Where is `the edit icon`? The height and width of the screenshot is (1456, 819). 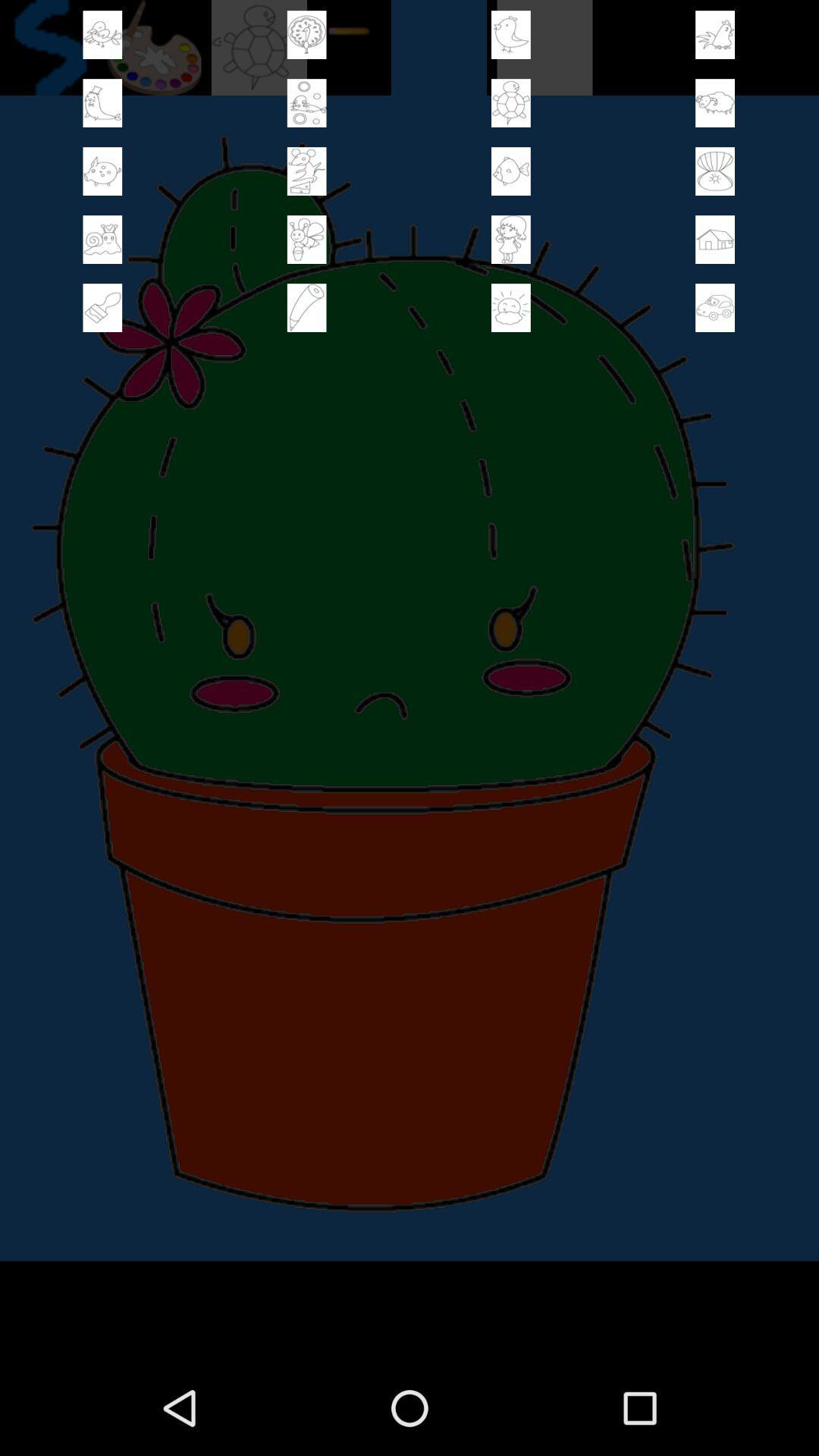
the edit icon is located at coordinates (306, 328).